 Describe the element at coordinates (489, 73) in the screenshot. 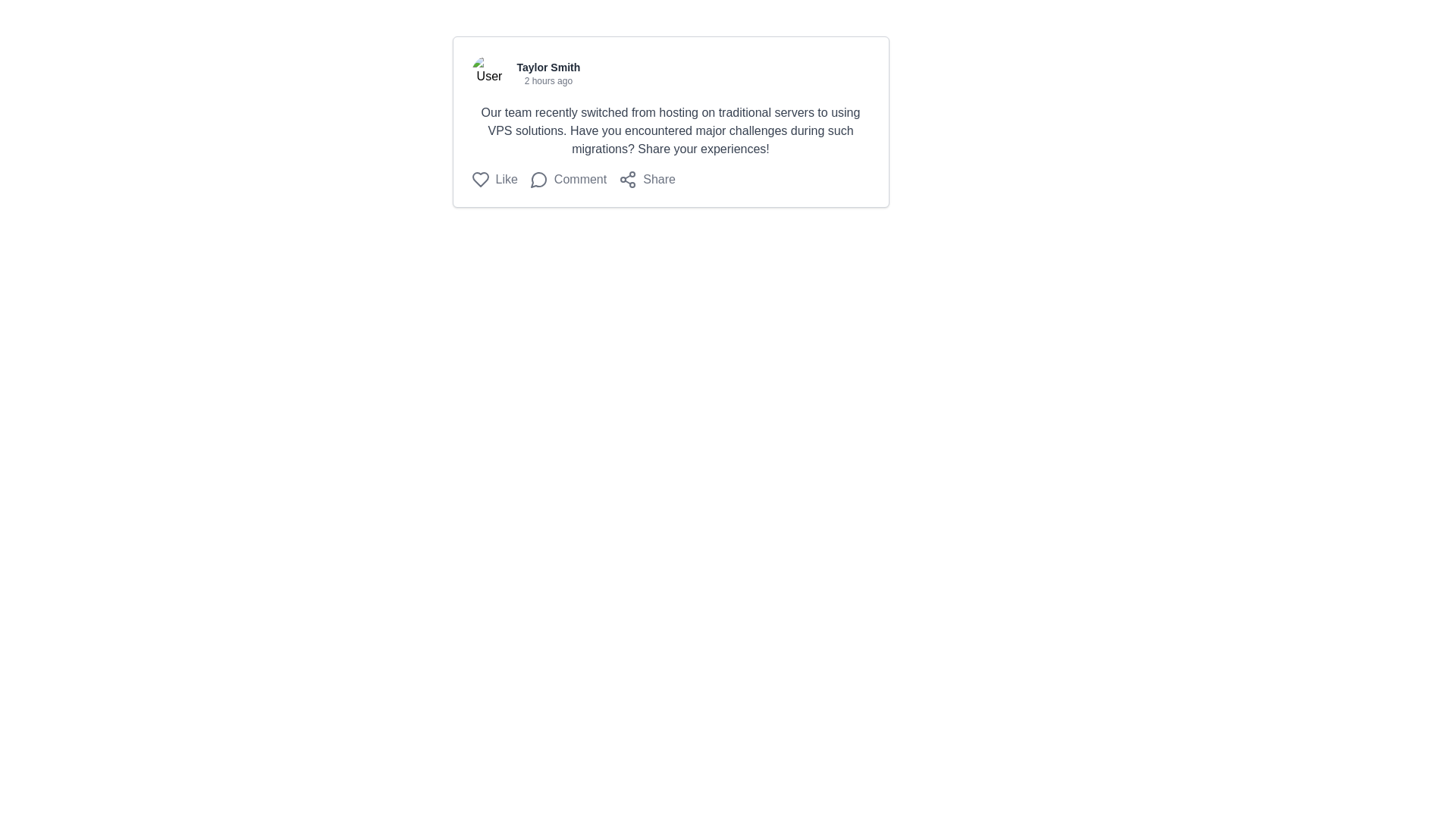

I see `the Profile Picture of the user 'Taylor Smith', which serves as a visual representation of the user's profile, located to the left of the name and timestamp` at that location.